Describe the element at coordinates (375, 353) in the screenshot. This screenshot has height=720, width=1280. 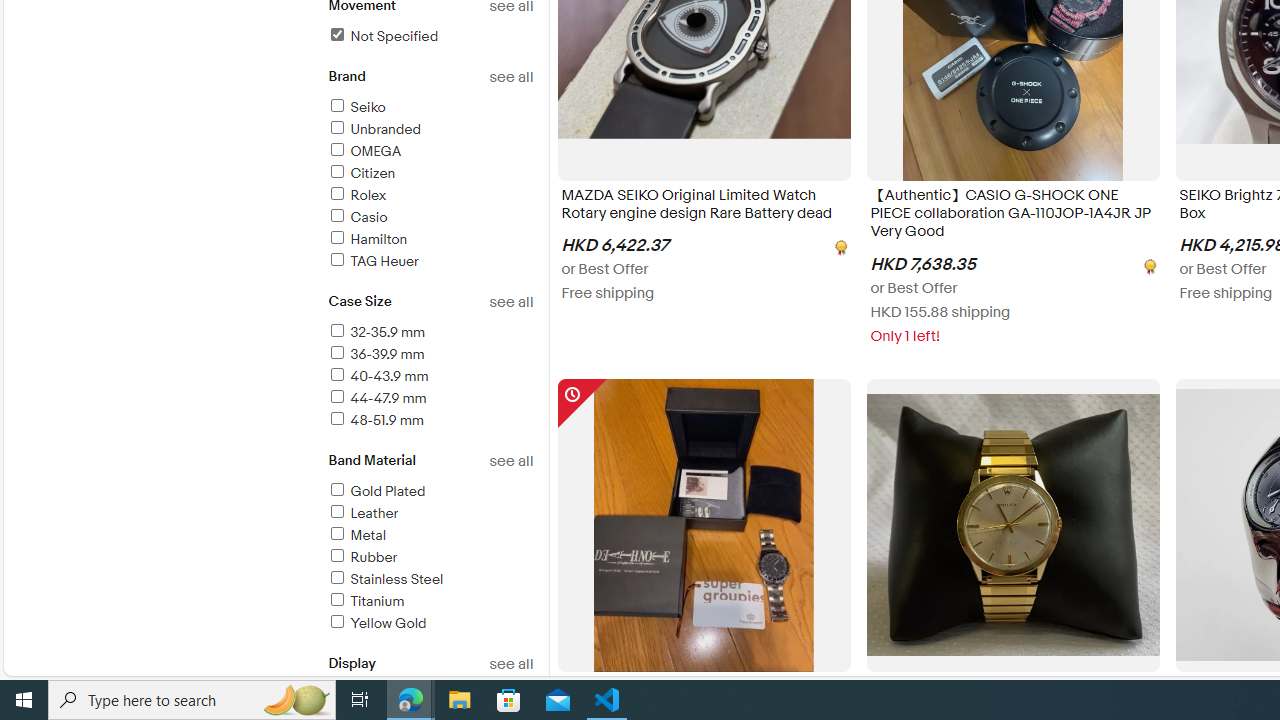
I see `'36-39.9 mm'` at that location.